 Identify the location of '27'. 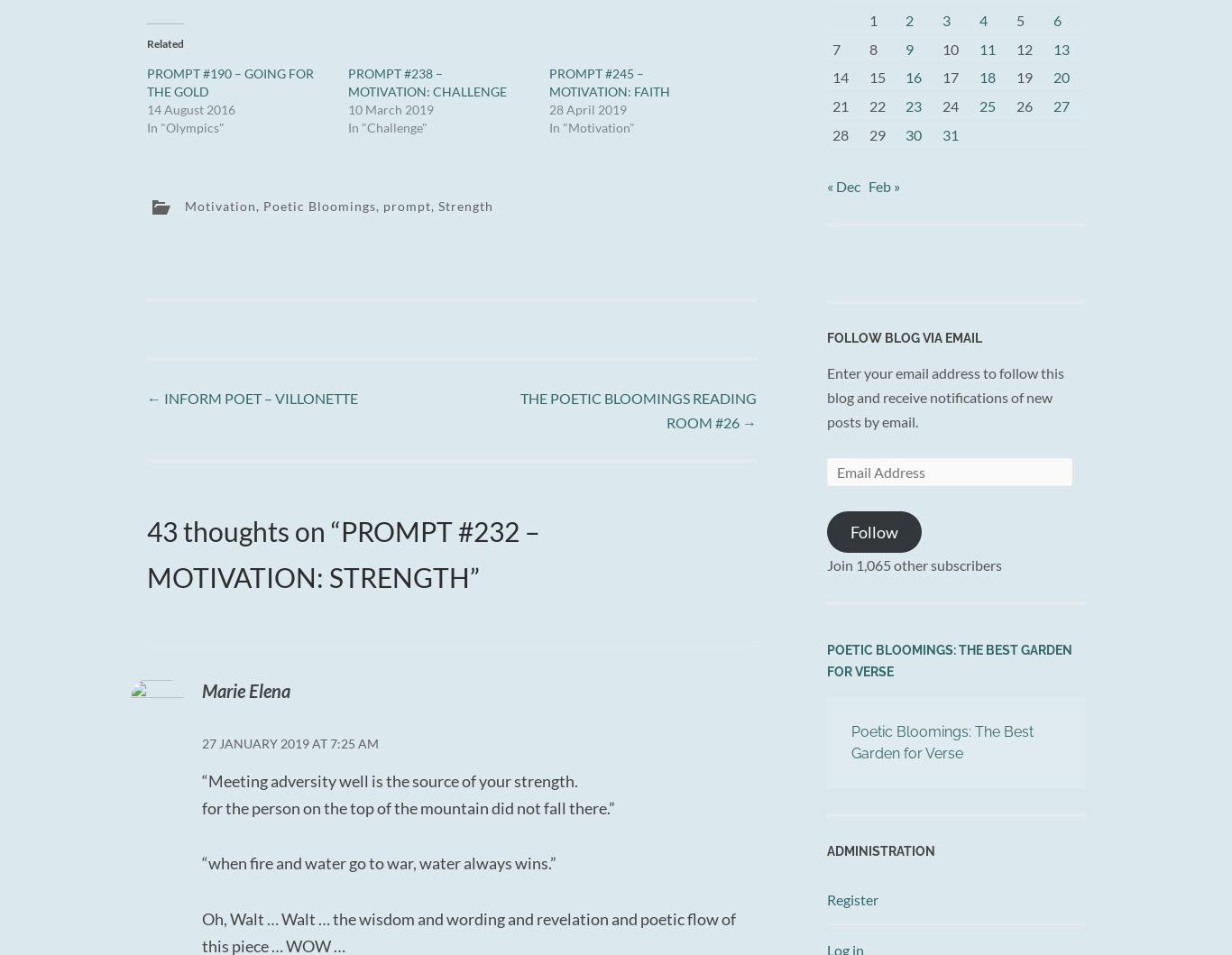
(1060, 105).